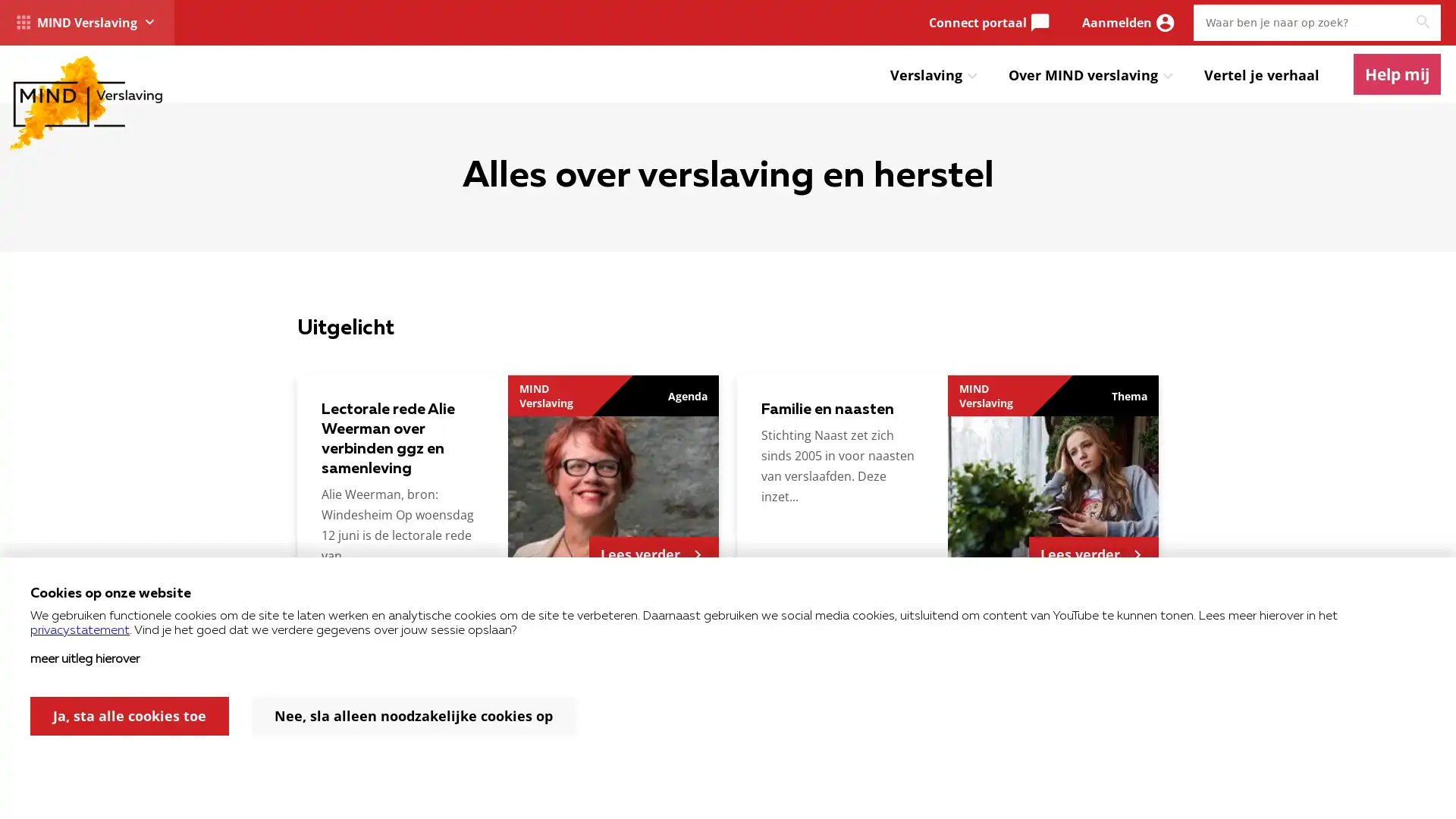  Describe the element at coordinates (130, 716) in the screenshot. I see `Ja, sta alle cookies toe` at that location.